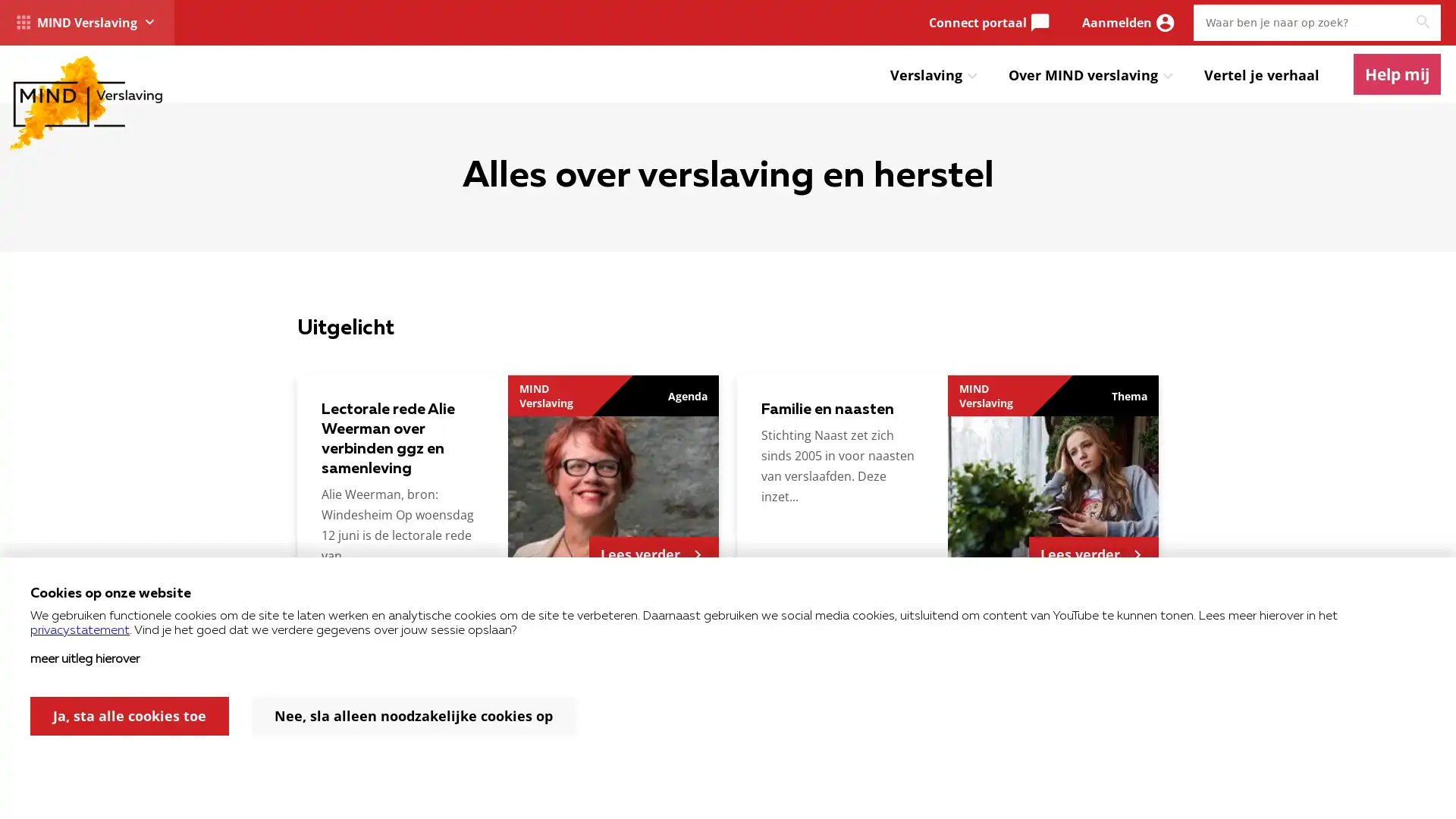  Describe the element at coordinates (130, 716) in the screenshot. I see `Ja, sta alle cookies toe` at that location.